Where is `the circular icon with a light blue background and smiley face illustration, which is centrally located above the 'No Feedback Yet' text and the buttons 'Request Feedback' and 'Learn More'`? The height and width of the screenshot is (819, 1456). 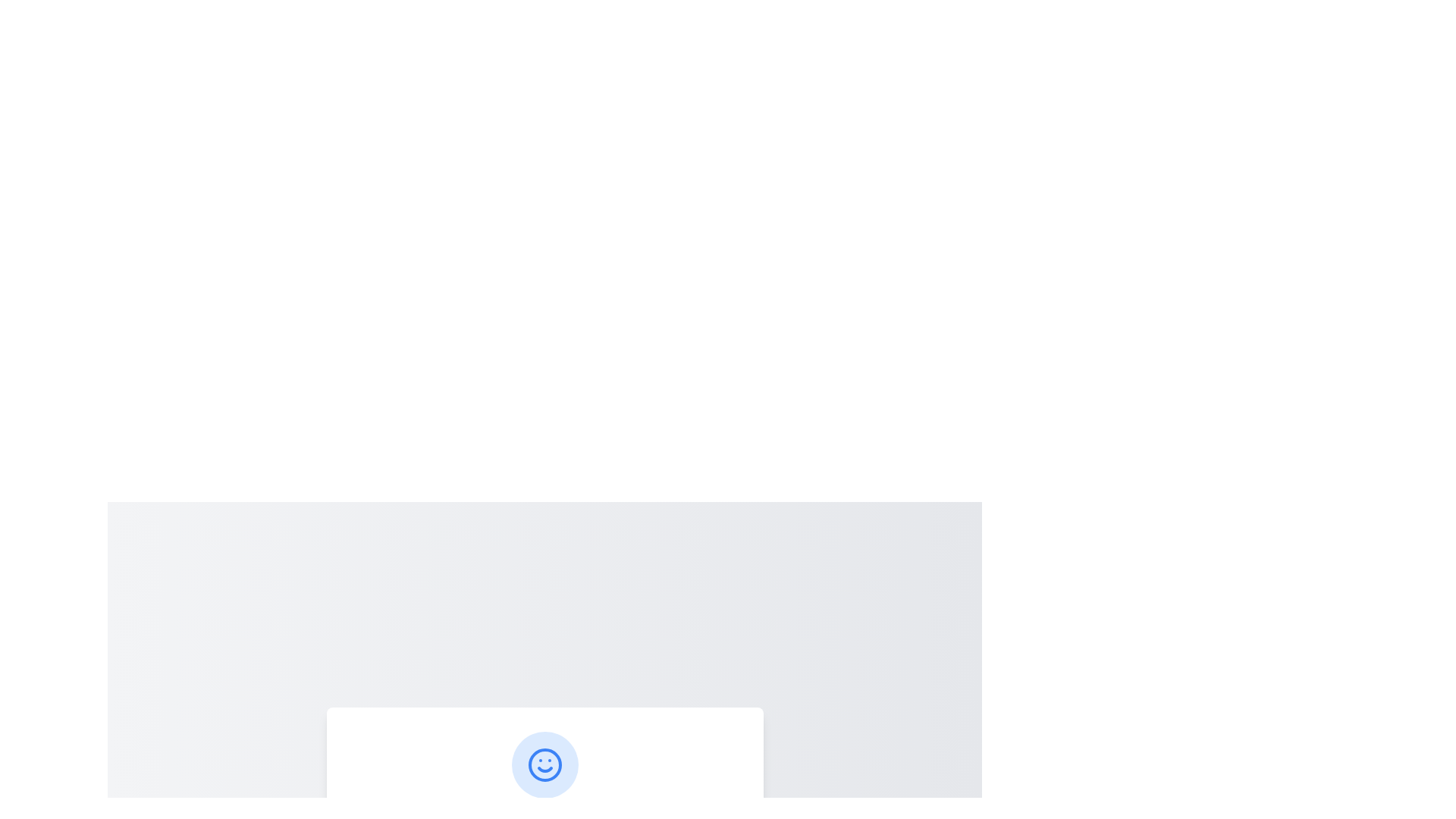
the circular icon with a light blue background and smiley face illustration, which is centrally located above the 'No Feedback Yet' text and the buttons 'Request Feedback' and 'Learn More' is located at coordinates (544, 765).